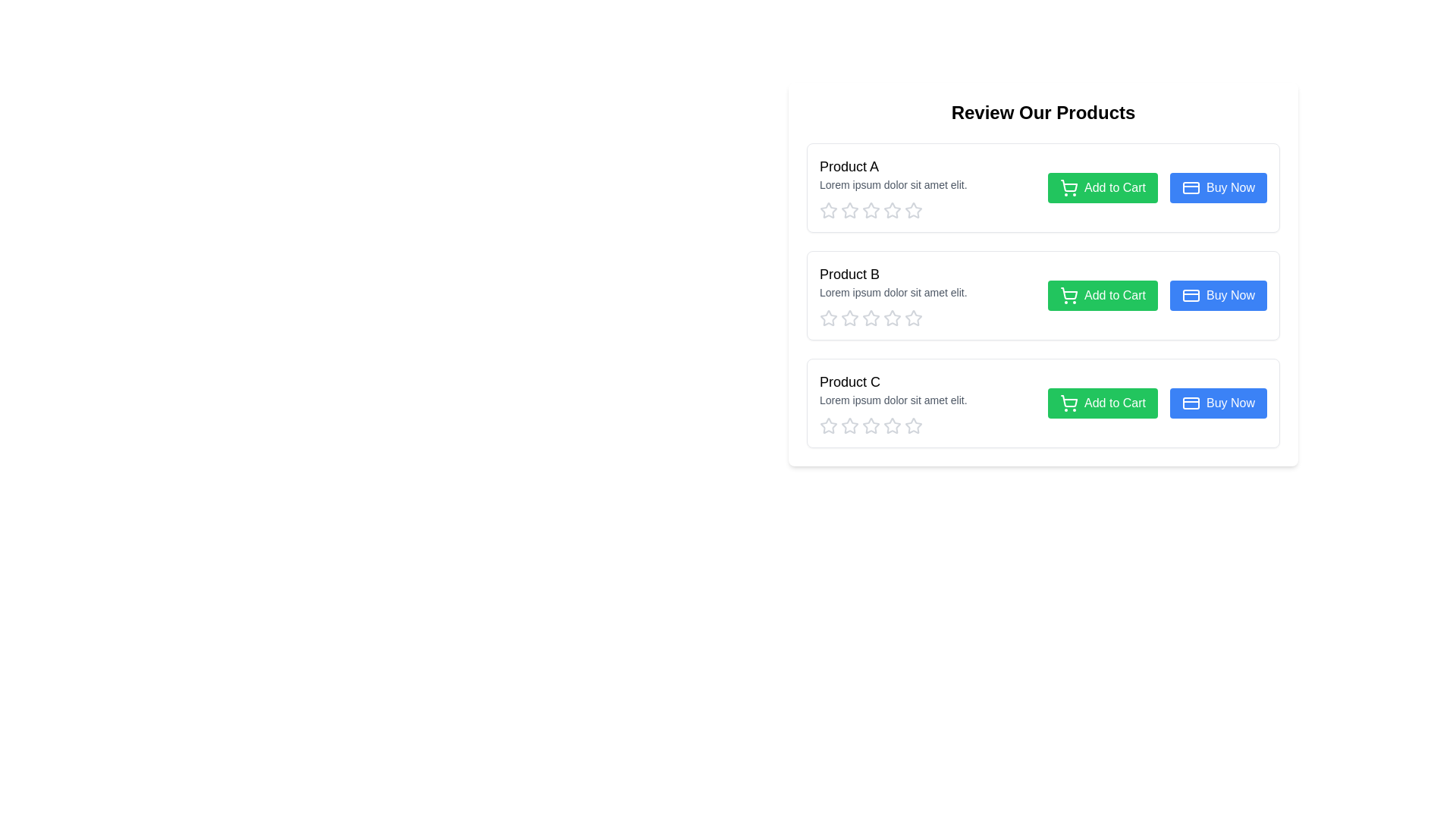 The image size is (1456, 819). I want to click on the first star of the rating system under 'Product C' in the 'Review Our Products' section, so click(871, 425).